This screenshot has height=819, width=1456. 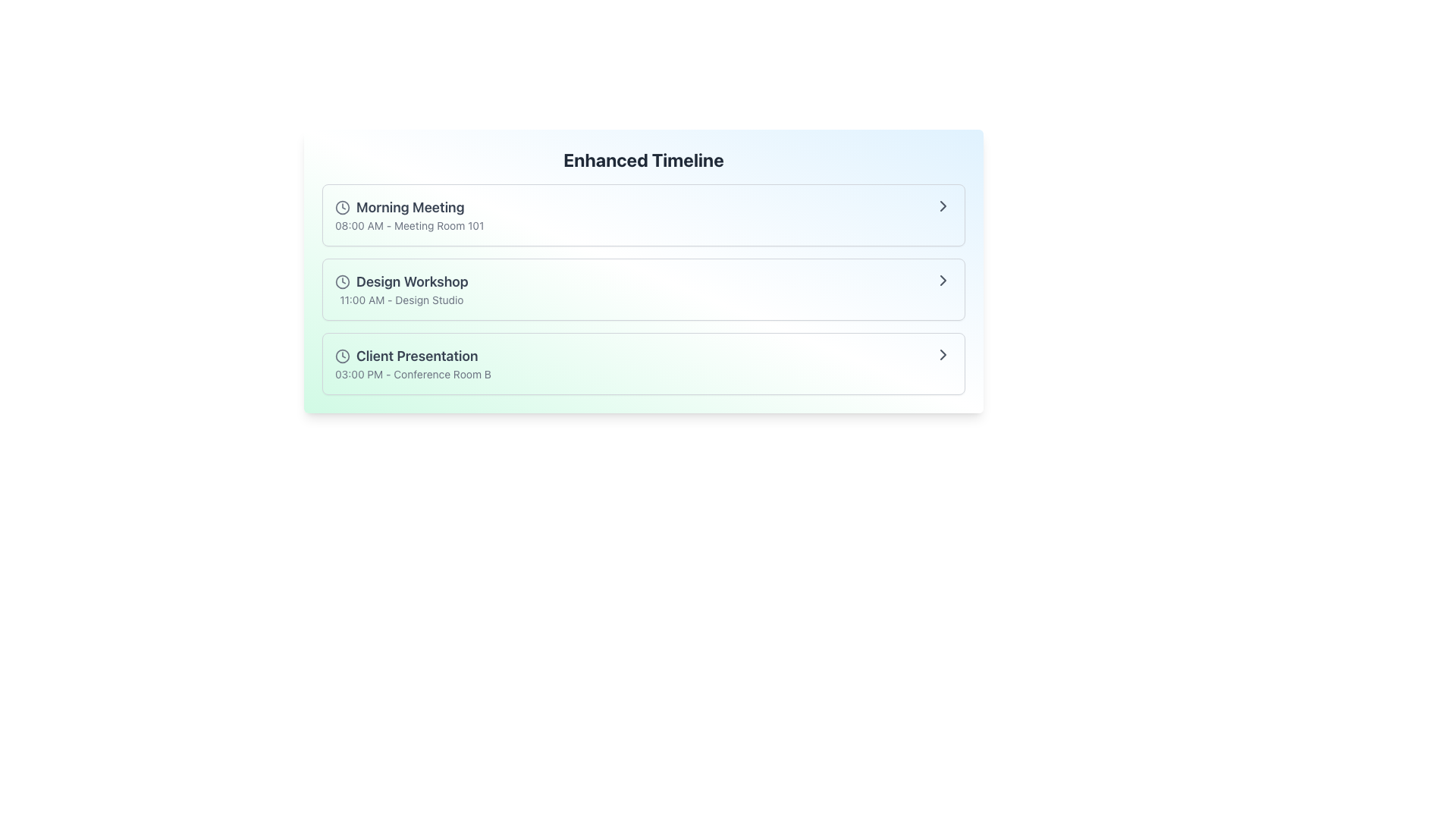 What do you see at coordinates (644, 363) in the screenshot?
I see `the third item in the timeline UI list, which is a light green rectangular box containing 'Client Presentation' and a rightward arrow icon` at bounding box center [644, 363].